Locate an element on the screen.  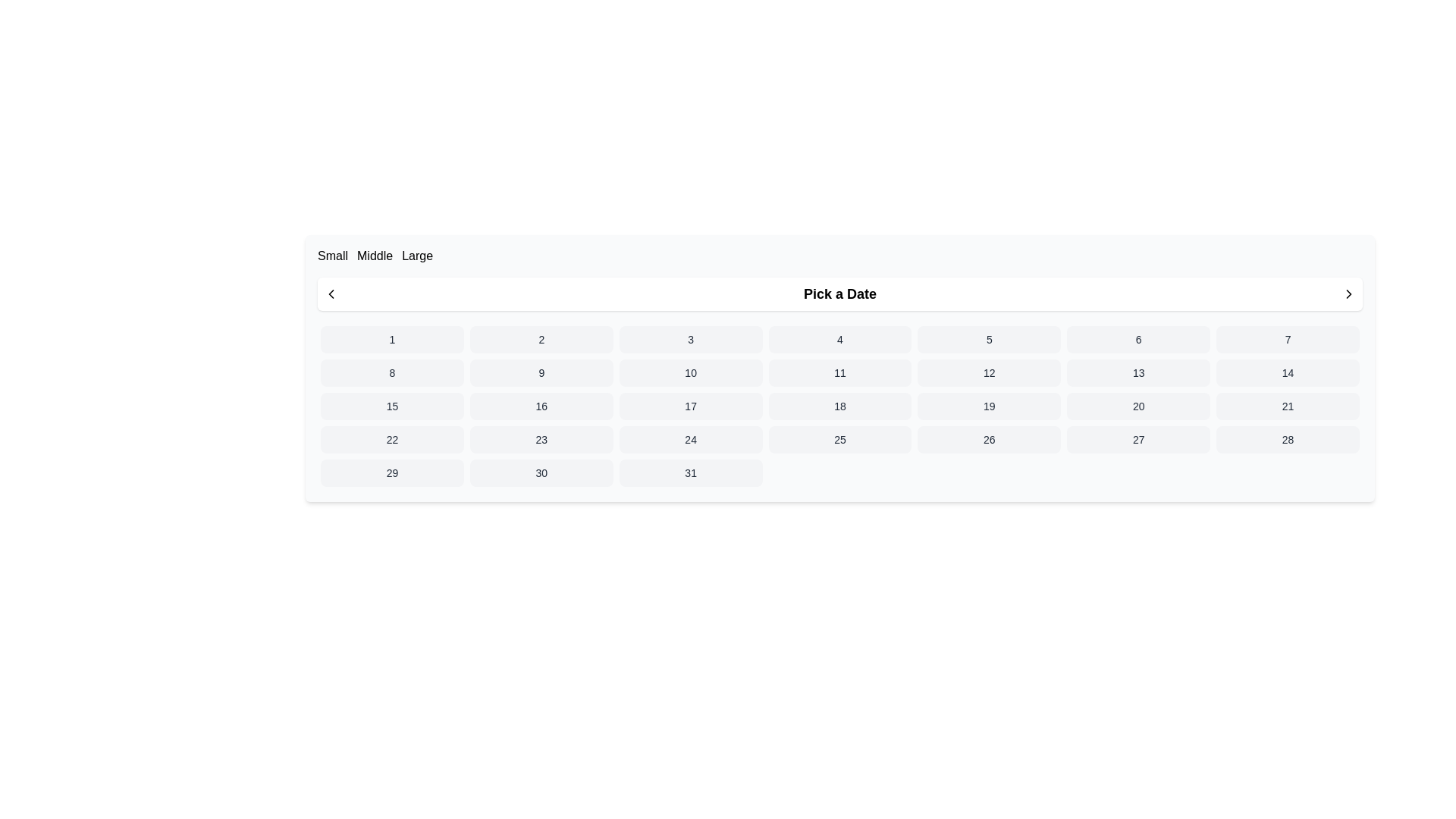
the button representing a selectable day in the fourth row and first column of the date picker grid is located at coordinates (392, 439).